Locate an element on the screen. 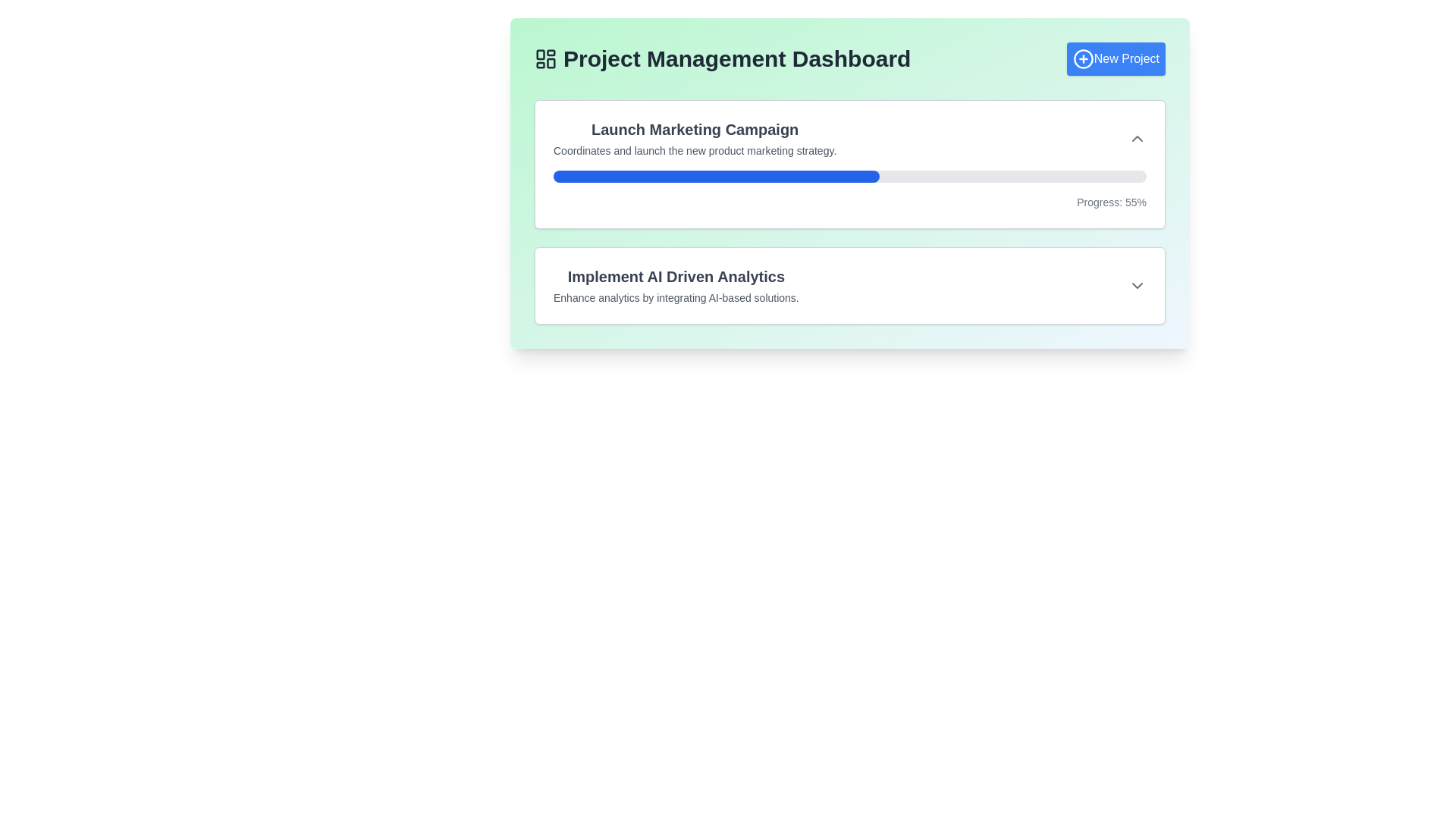 The height and width of the screenshot is (819, 1456). progress is located at coordinates (707, 175).